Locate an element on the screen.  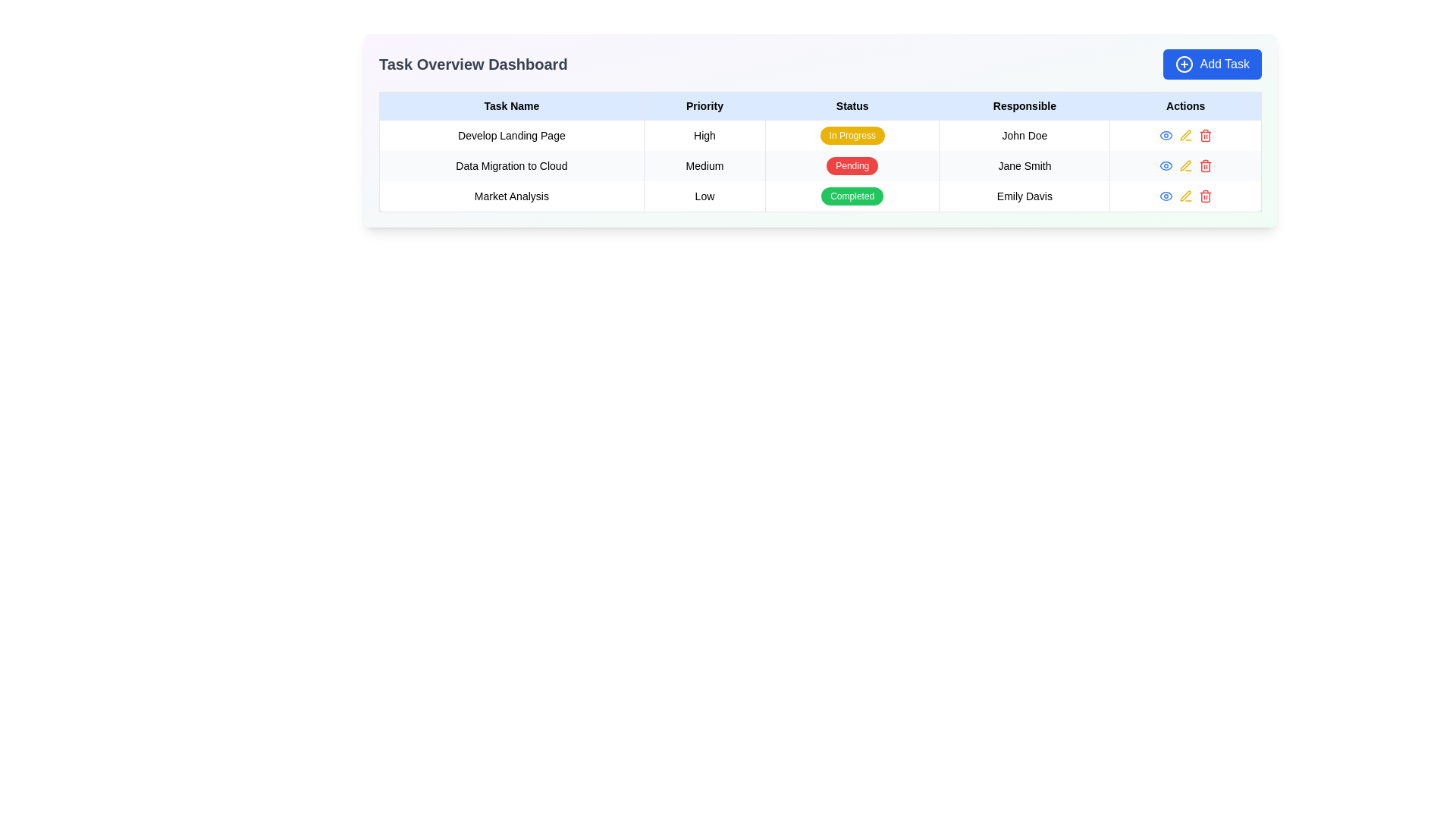
the red trash bin icon is located at coordinates (1204, 166).